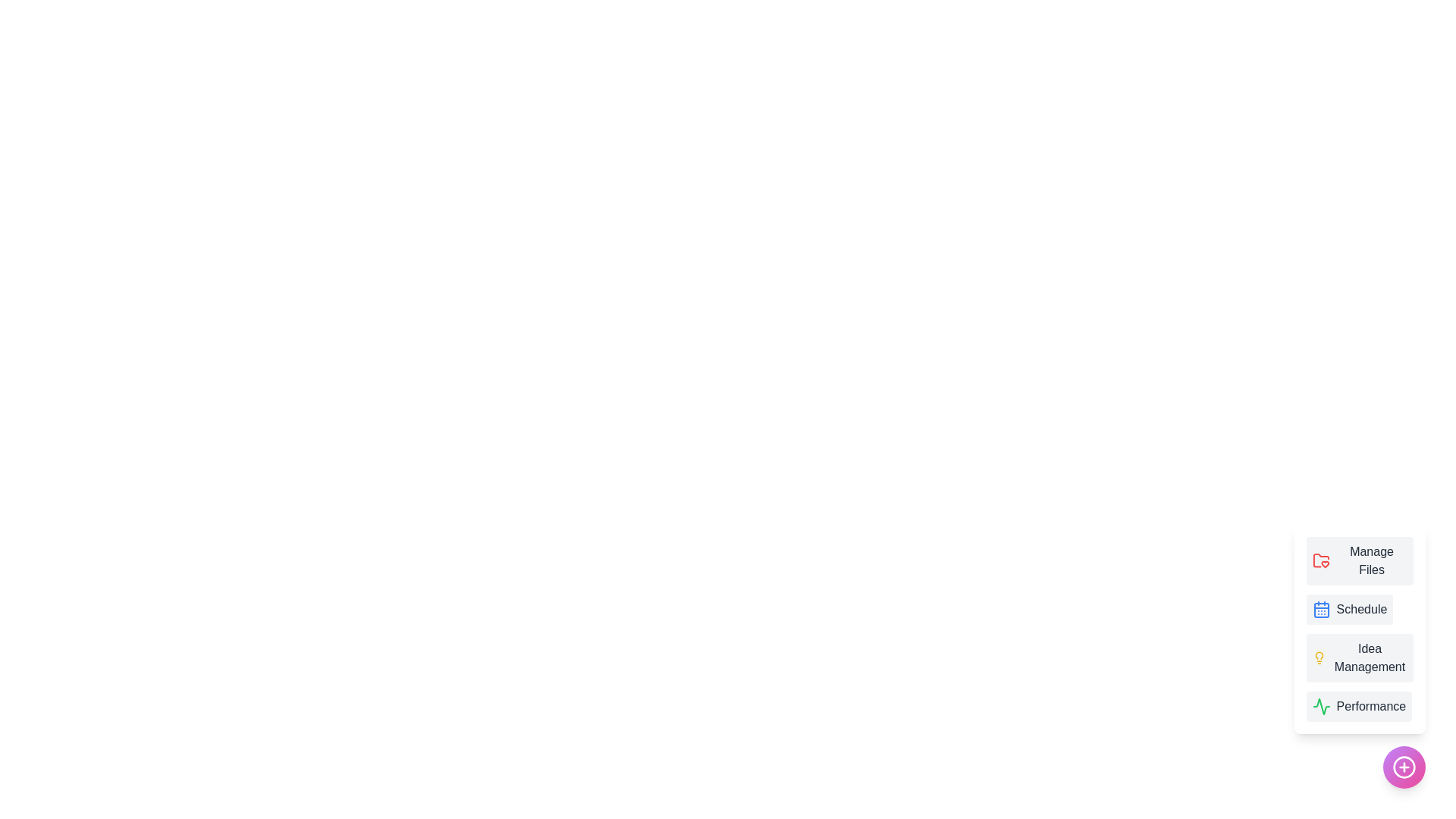 The image size is (1456, 819). What do you see at coordinates (1350, 608) in the screenshot?
I see `the menu item labeled 'Schedule' to display its tooltip or visual feedback` at bounding box center [1350, 608].